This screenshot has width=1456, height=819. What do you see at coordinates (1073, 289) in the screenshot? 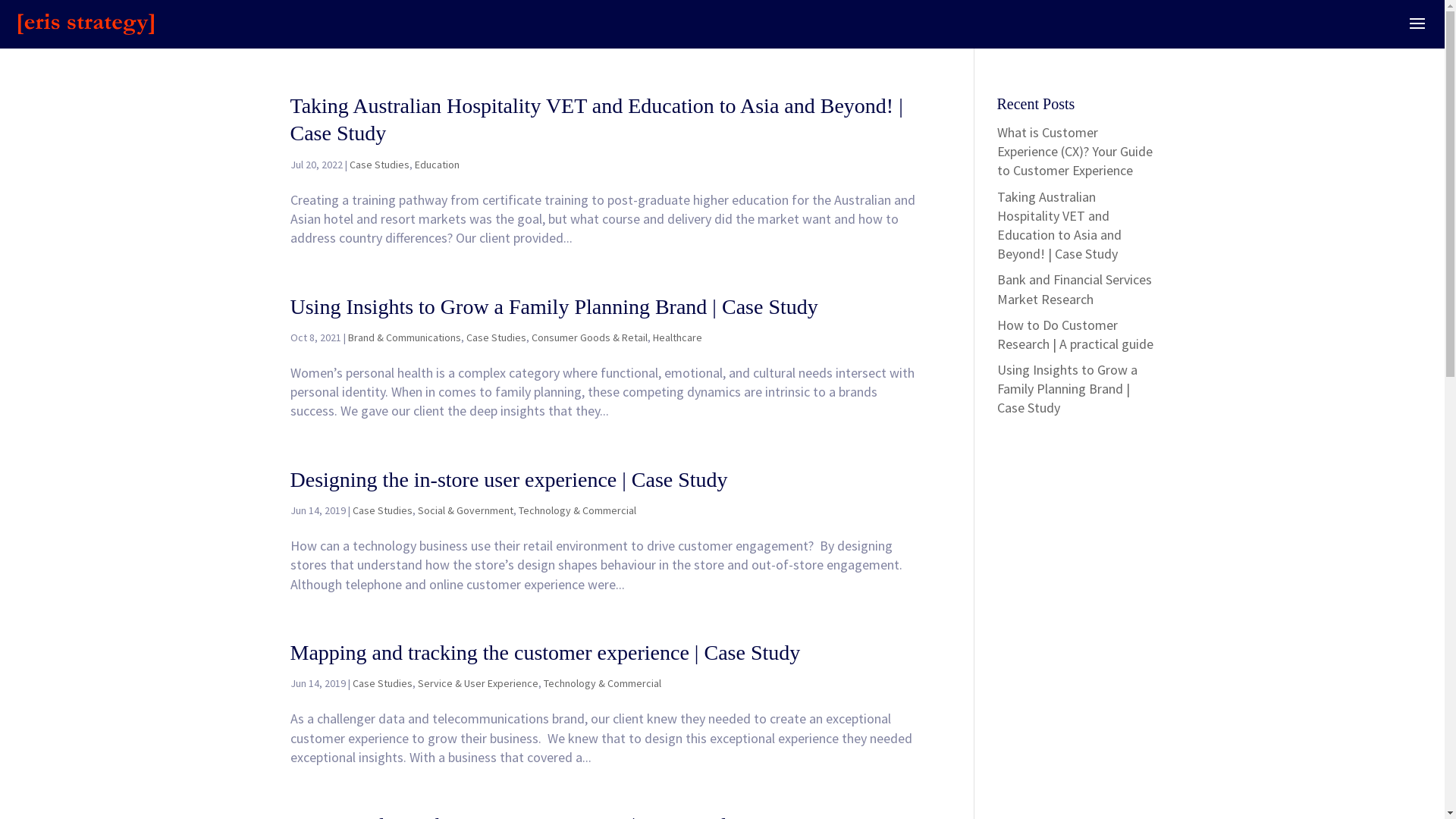
I see `'Bank and Financial Services Market Research'` at bounding box center [1073, 289].